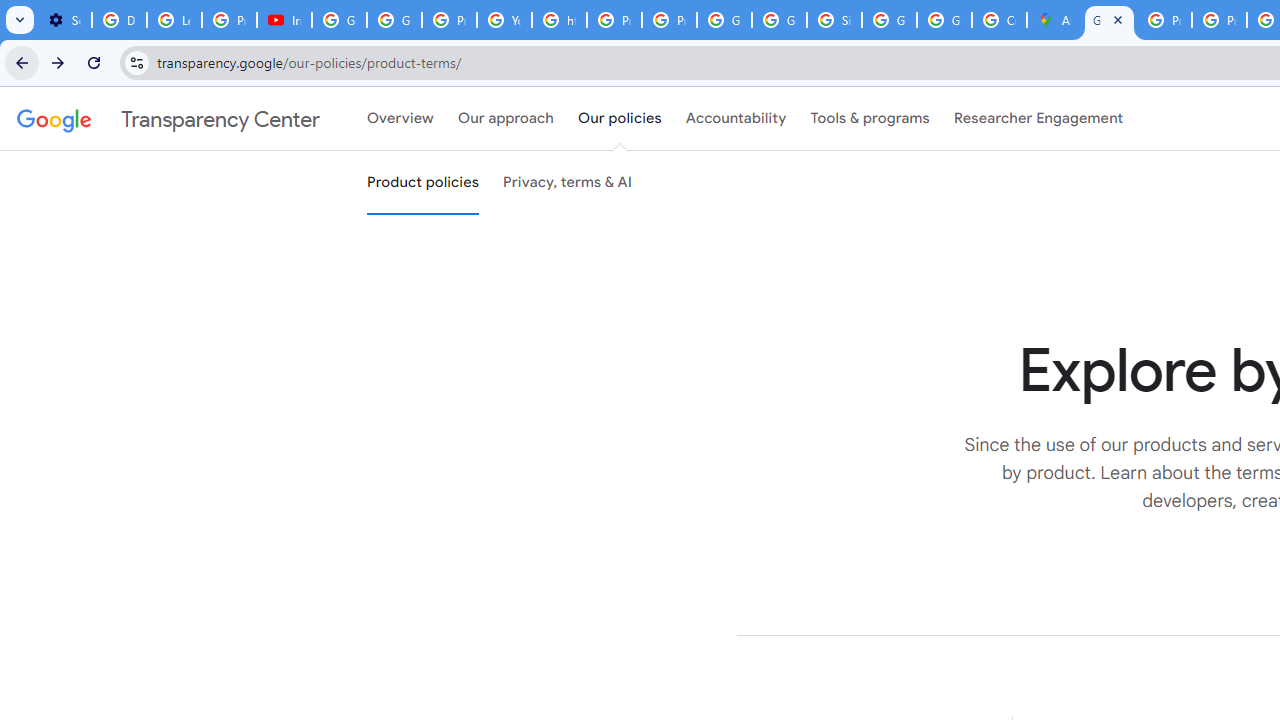 This screenshot has width=1280, height=720. Describe the element at coordinates (833, 20) in the screenshot. I see `'Sign in - Google Accounts'` at that location.